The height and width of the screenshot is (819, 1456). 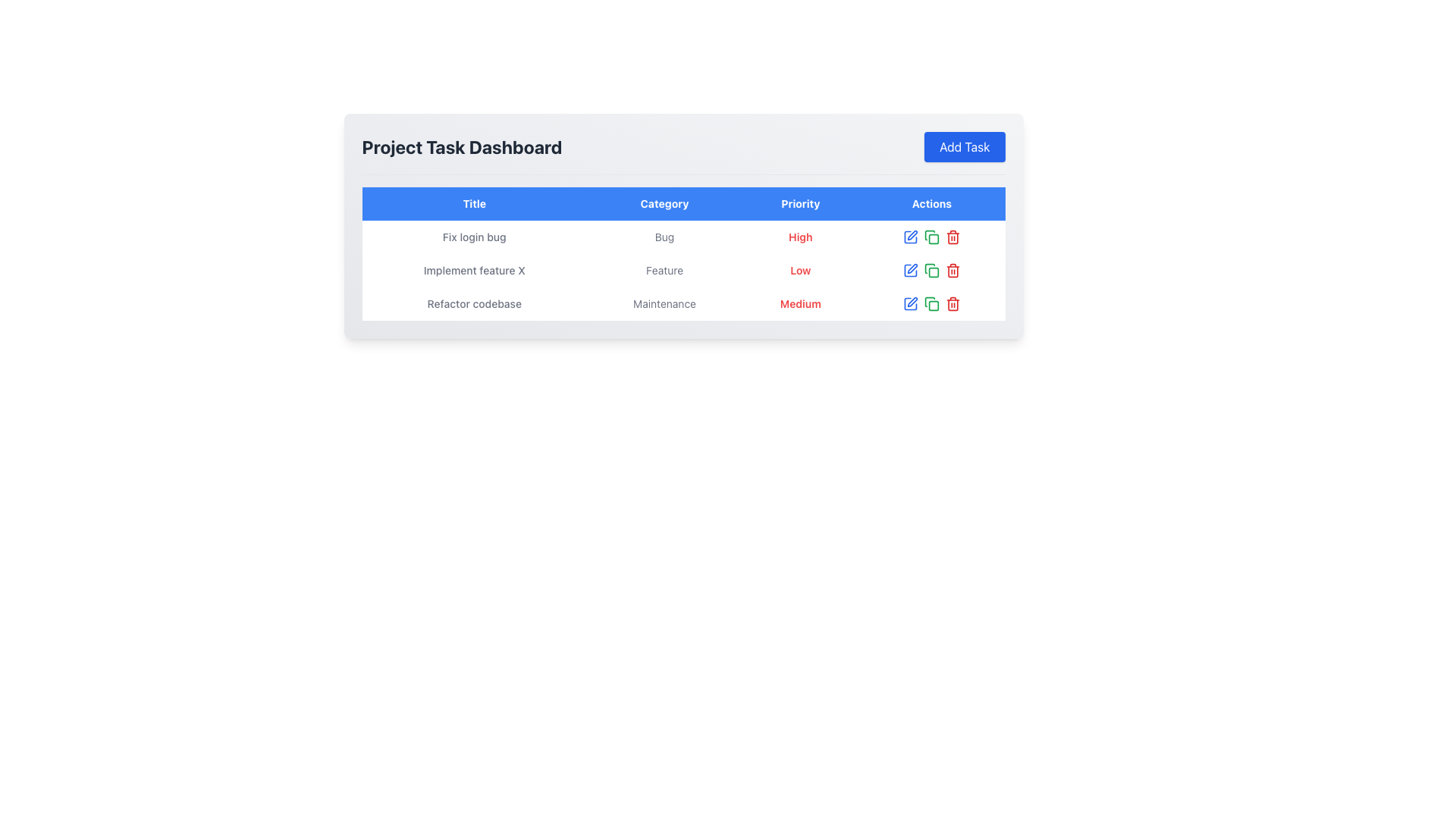 What do you see at coordinates (799, 237) in the screenshot?
I see `the static text element displaying 'High' in bold red font, located in the 'Priority' column of the first row in the table` at bounding box center [799, 237].